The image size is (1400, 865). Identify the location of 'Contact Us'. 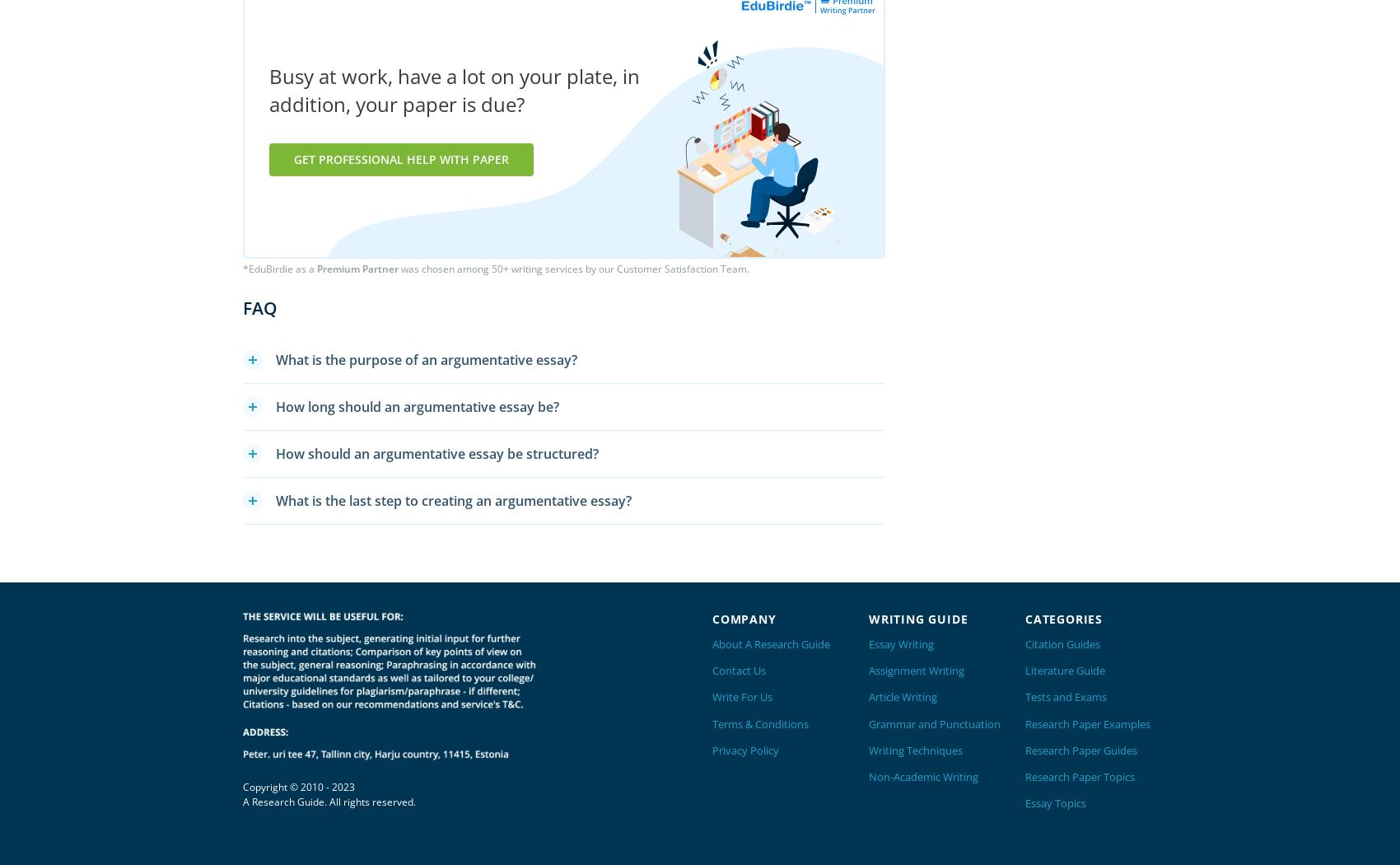
(739, 669).